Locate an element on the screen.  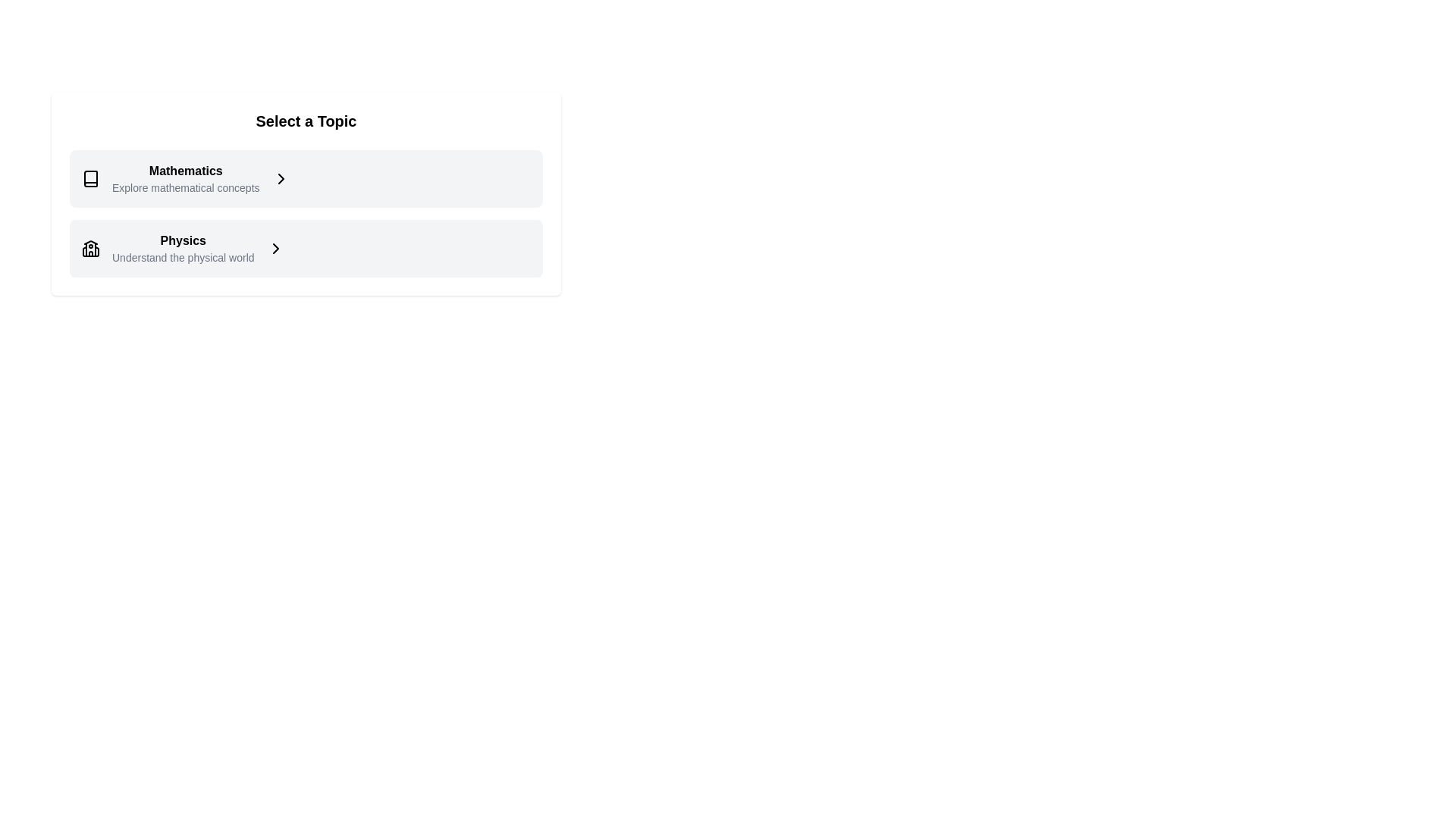
text content of the descriptive label for the topic 'Mathematics', which indicates the title and provides a brief explanation about exploring mathematical concepts is located at coordinates (185, 177).